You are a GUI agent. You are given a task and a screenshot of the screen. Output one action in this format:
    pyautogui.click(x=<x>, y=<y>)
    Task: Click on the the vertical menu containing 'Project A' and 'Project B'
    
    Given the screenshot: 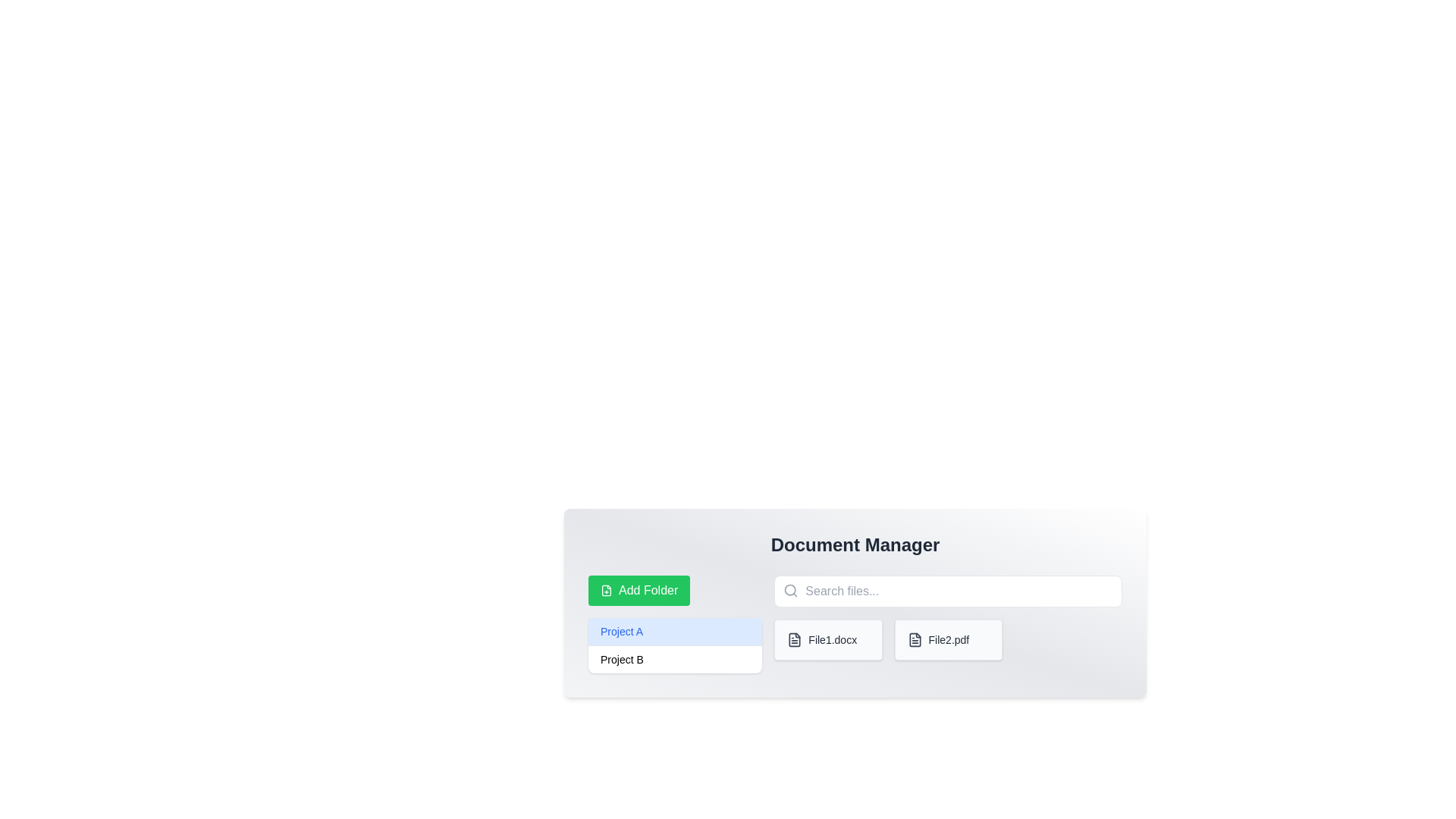 What is the action you would take?
    pyautogui.click(x=674, y=645)
    